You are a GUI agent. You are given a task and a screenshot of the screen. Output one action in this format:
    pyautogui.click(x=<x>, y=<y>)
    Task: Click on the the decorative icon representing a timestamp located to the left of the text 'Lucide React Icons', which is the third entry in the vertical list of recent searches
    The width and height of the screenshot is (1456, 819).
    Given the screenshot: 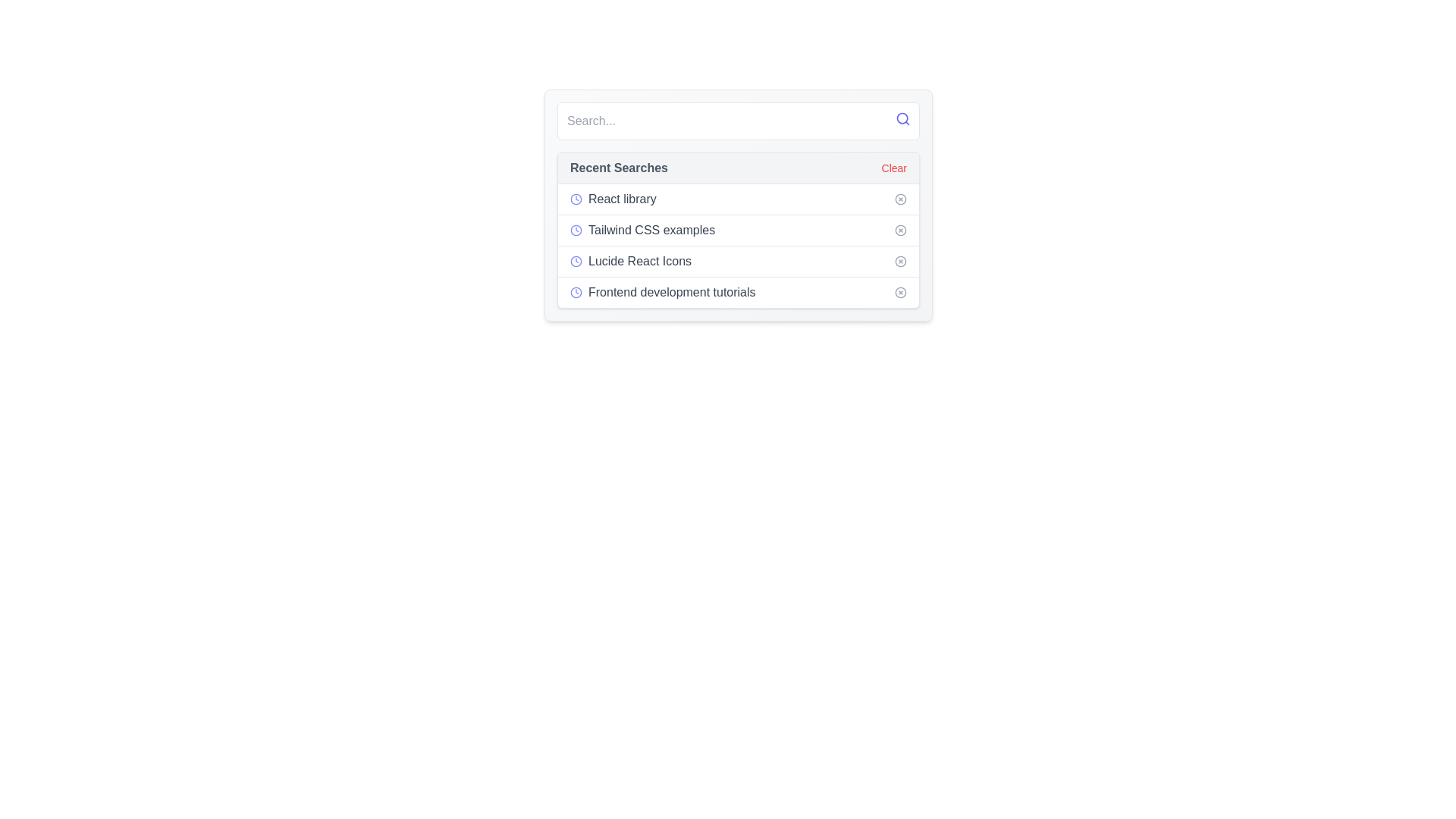 What is the action you would take?
    pyautogui.click(x=575, y=260)
    